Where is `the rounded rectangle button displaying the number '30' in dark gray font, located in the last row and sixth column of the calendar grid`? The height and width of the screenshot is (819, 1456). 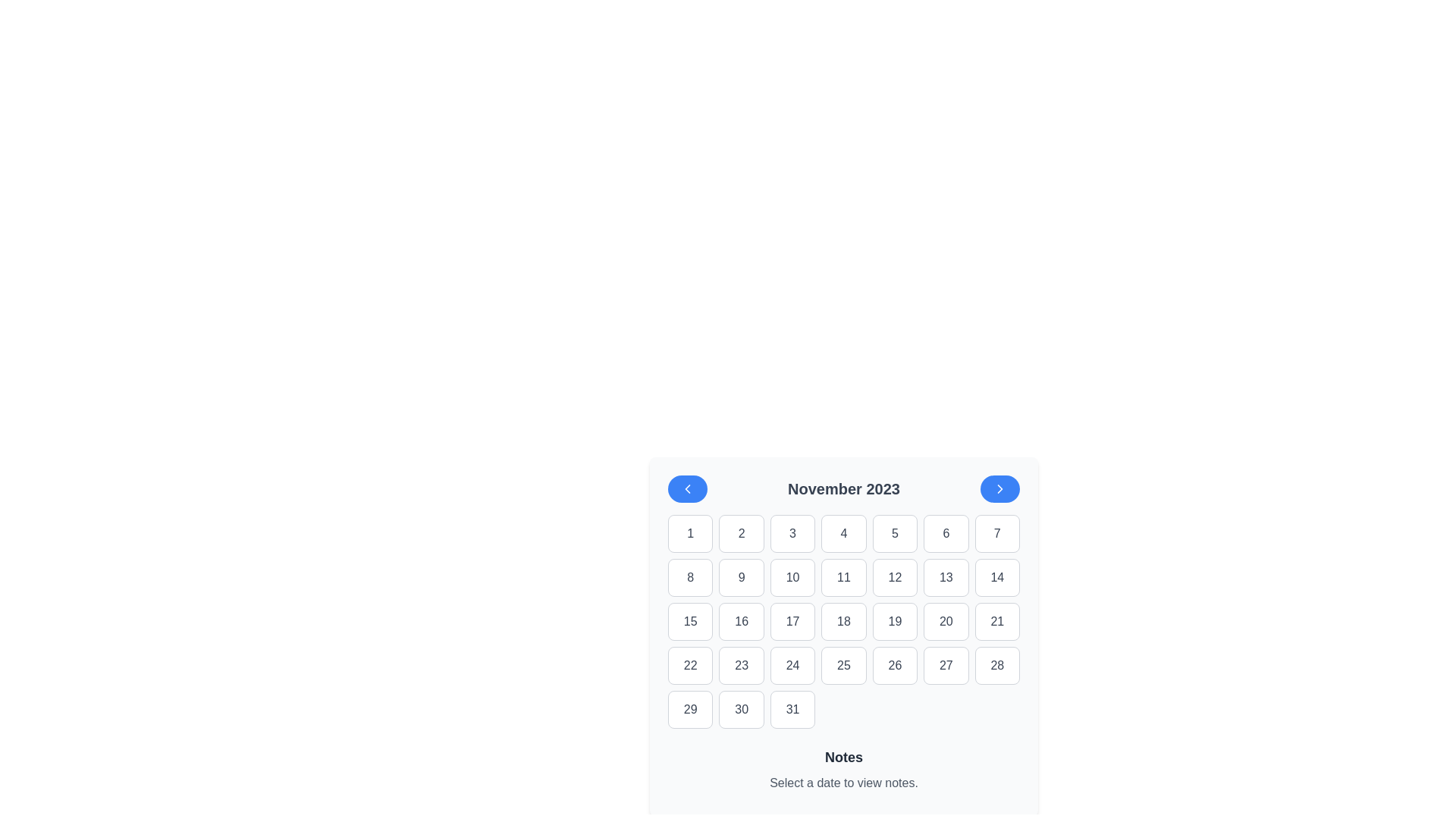
the rounded rectangle button displaying the number '30' in dark gray font, located in the last row and sixth column of the calendar grid is located at coordinates (742, 710).